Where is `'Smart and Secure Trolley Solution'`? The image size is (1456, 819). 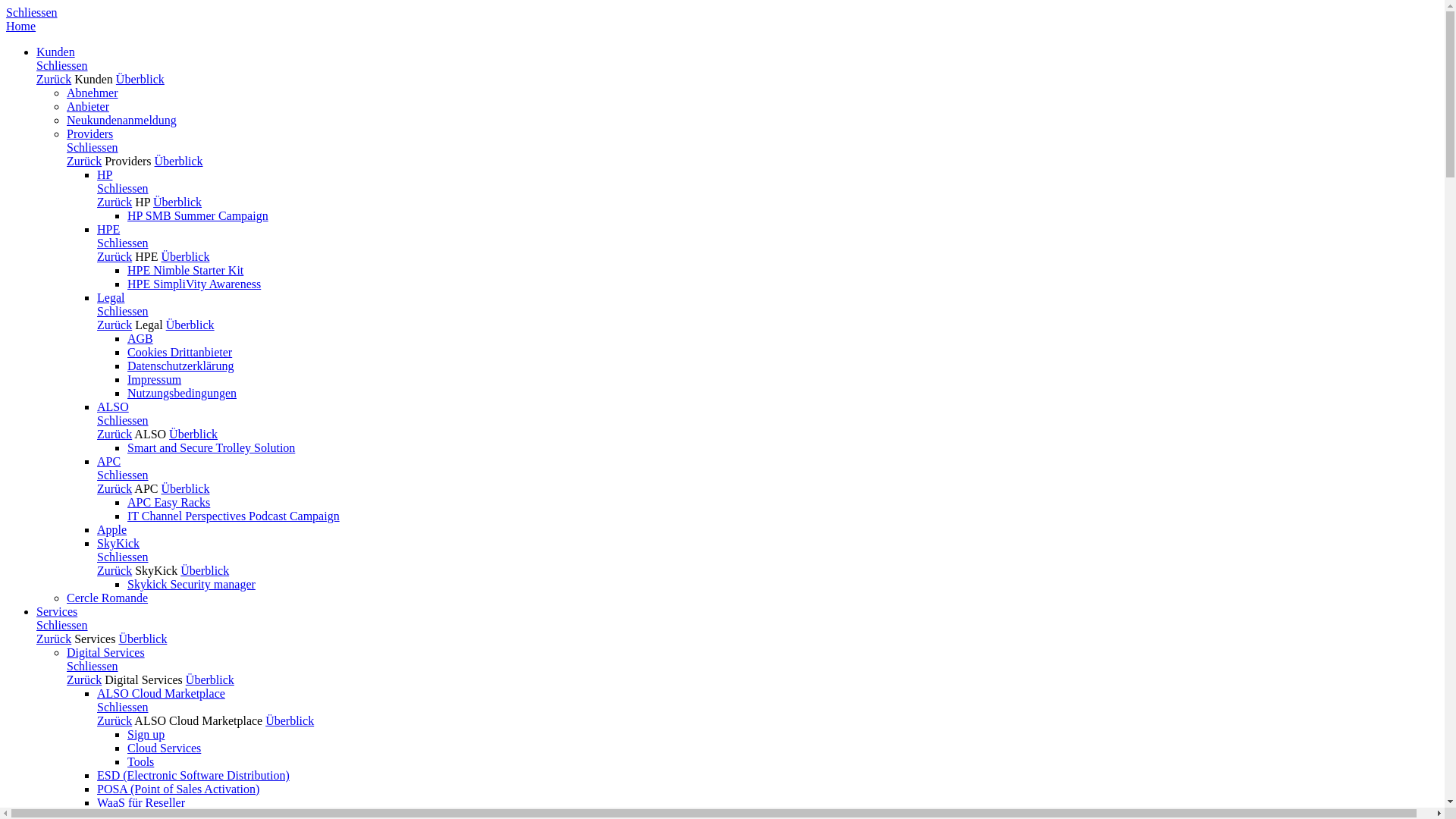
'Smart and Secure Trolley Solution' is located at coordinates (127, 447).